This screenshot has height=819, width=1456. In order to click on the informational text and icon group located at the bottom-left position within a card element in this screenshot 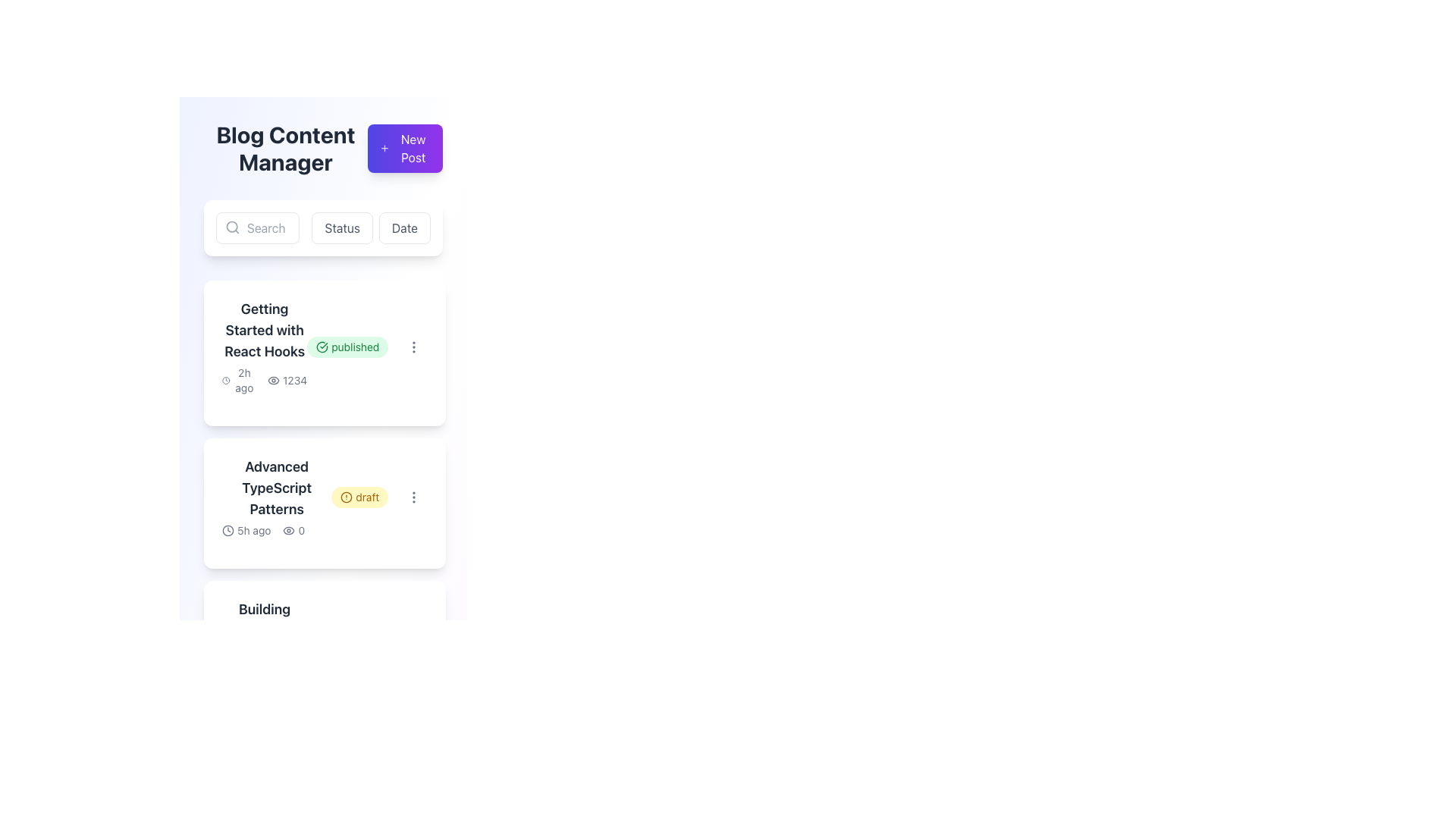, I will do `click(277, 529)`.